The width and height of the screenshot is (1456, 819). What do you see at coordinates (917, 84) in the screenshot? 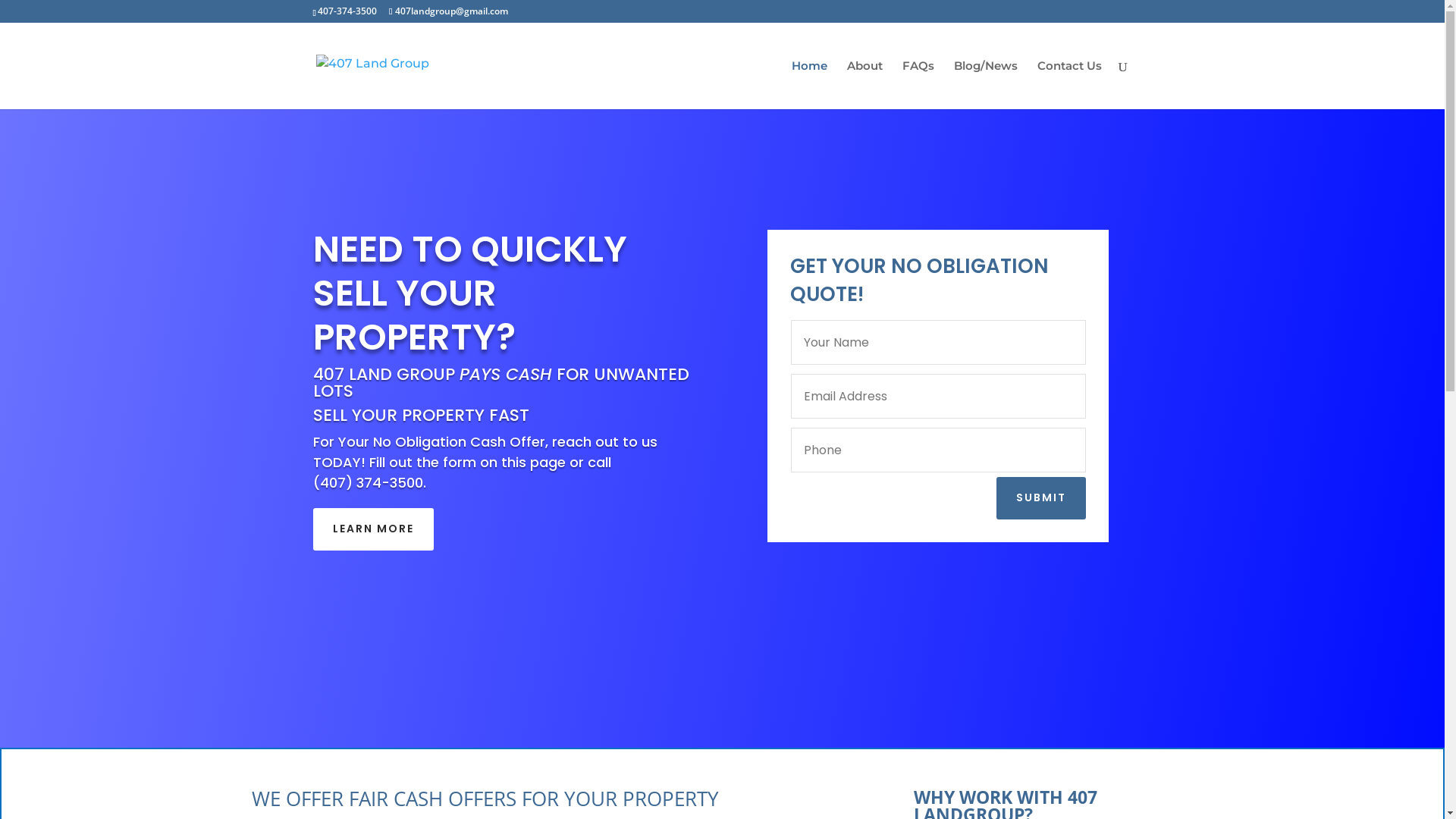
I see `'FAQs'` at bounding box center [917, 84].